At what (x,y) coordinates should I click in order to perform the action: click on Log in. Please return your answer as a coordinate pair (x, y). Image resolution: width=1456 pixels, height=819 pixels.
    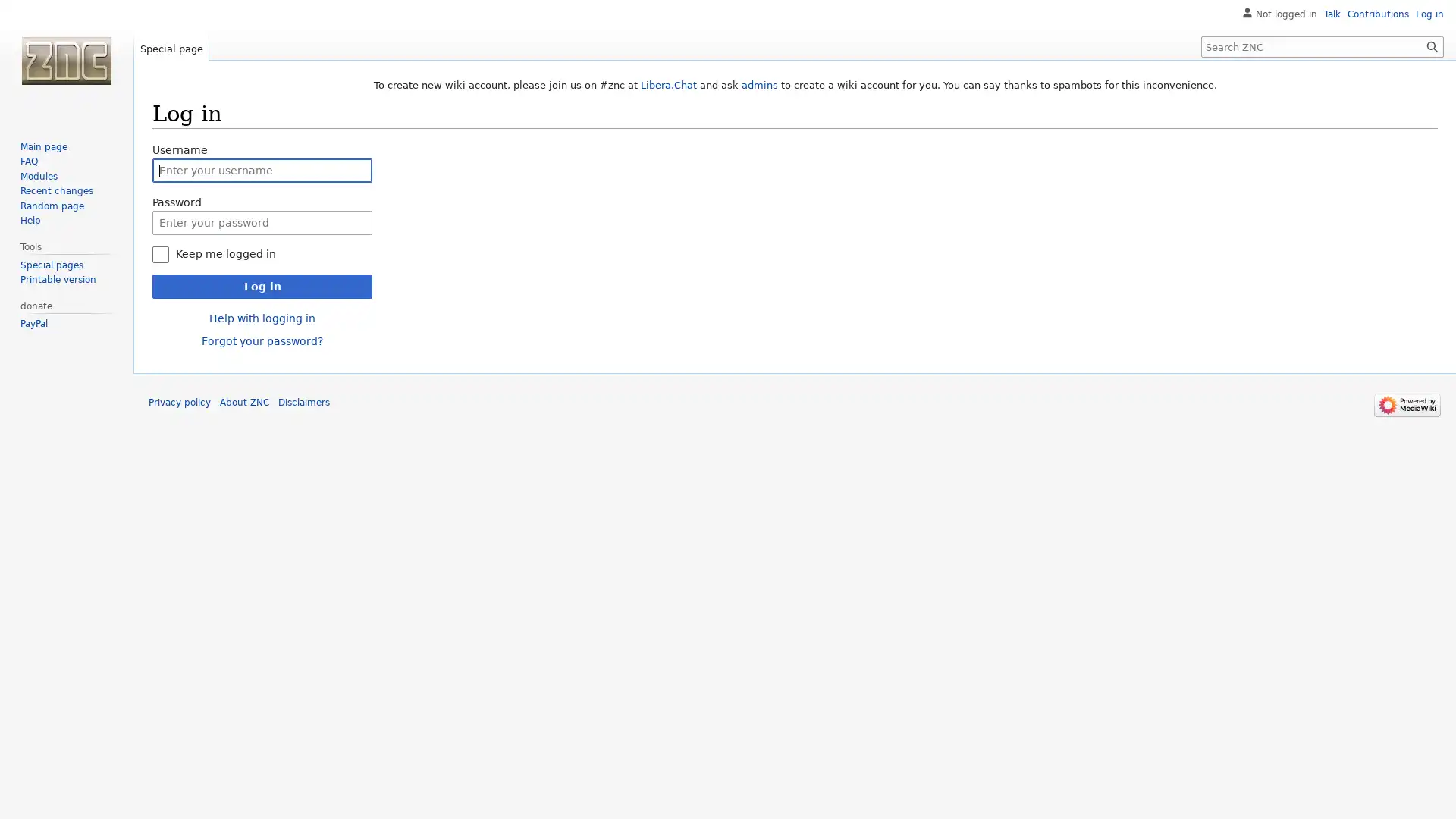
    Looking at the image, I should click on (262, 287).